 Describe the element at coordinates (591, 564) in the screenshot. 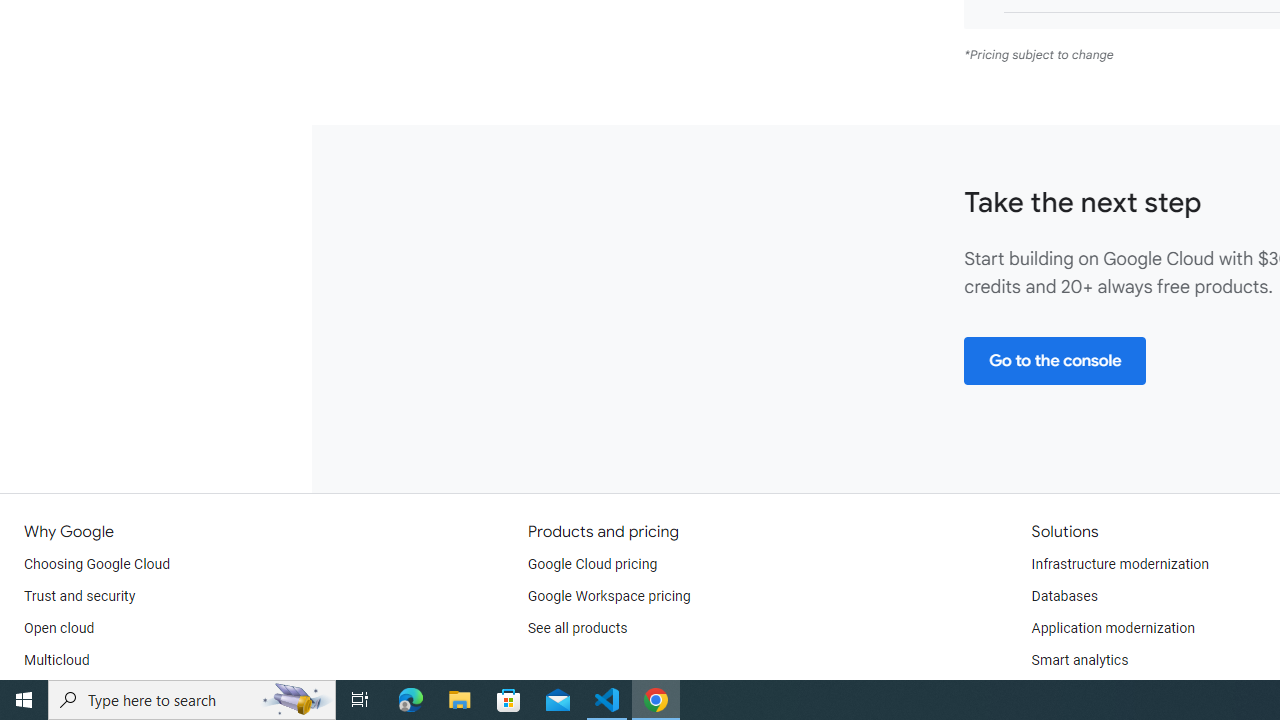

I see `'Google Cloud pricing'` at that location.